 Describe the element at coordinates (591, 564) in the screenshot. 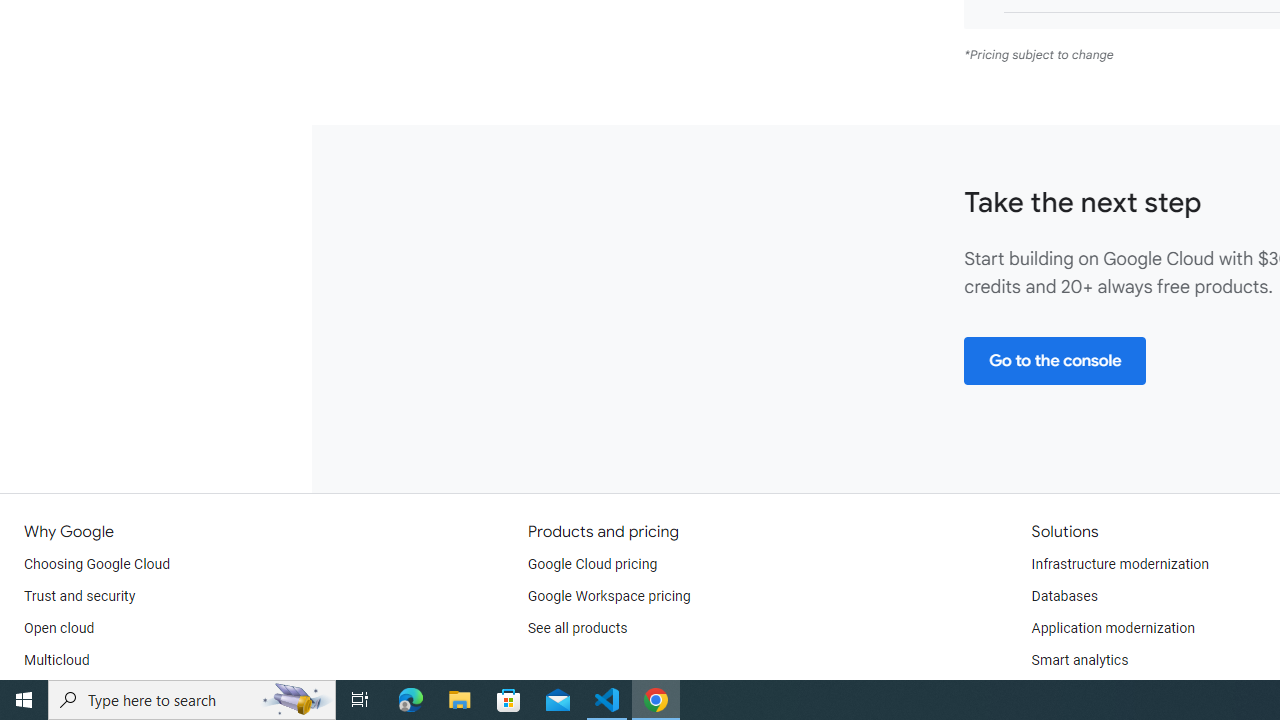

I see `'Google Cloud pricing'` at that location.